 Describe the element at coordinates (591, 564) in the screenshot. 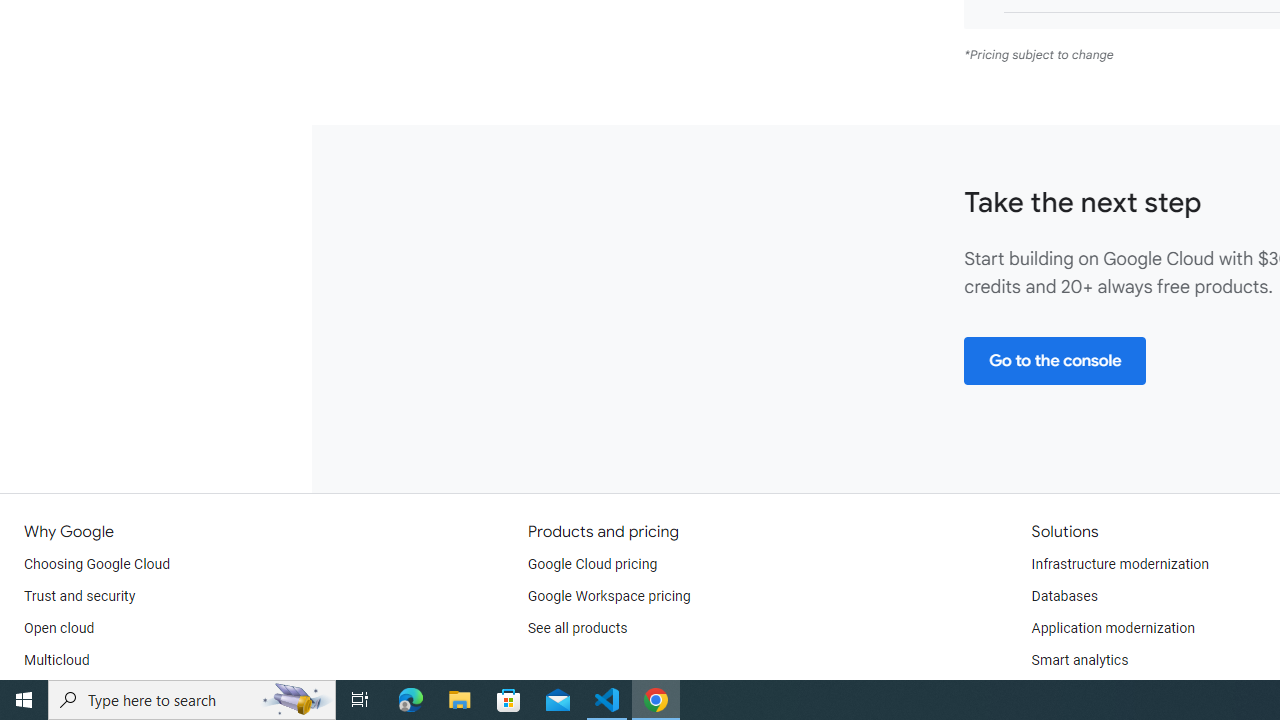

I see `'Google Cloud pricing'` at that location.